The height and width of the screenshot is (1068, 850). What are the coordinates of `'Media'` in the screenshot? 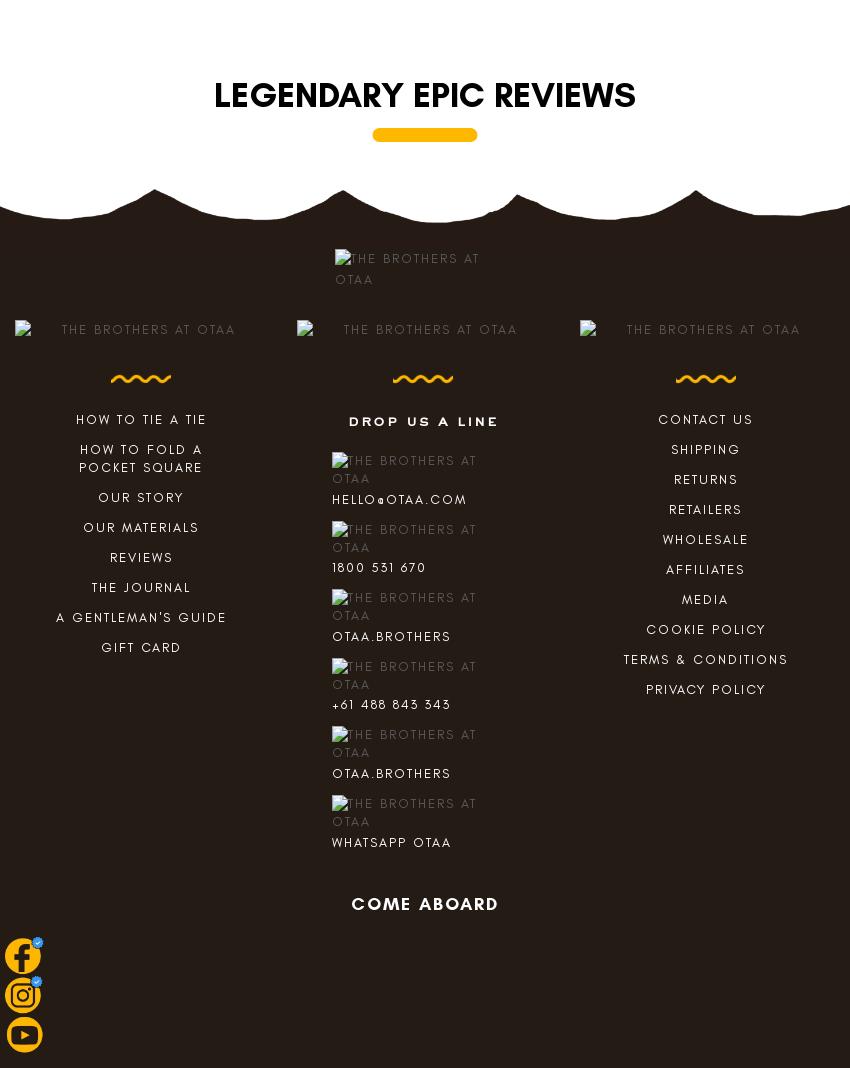 It's located at (704, 598).